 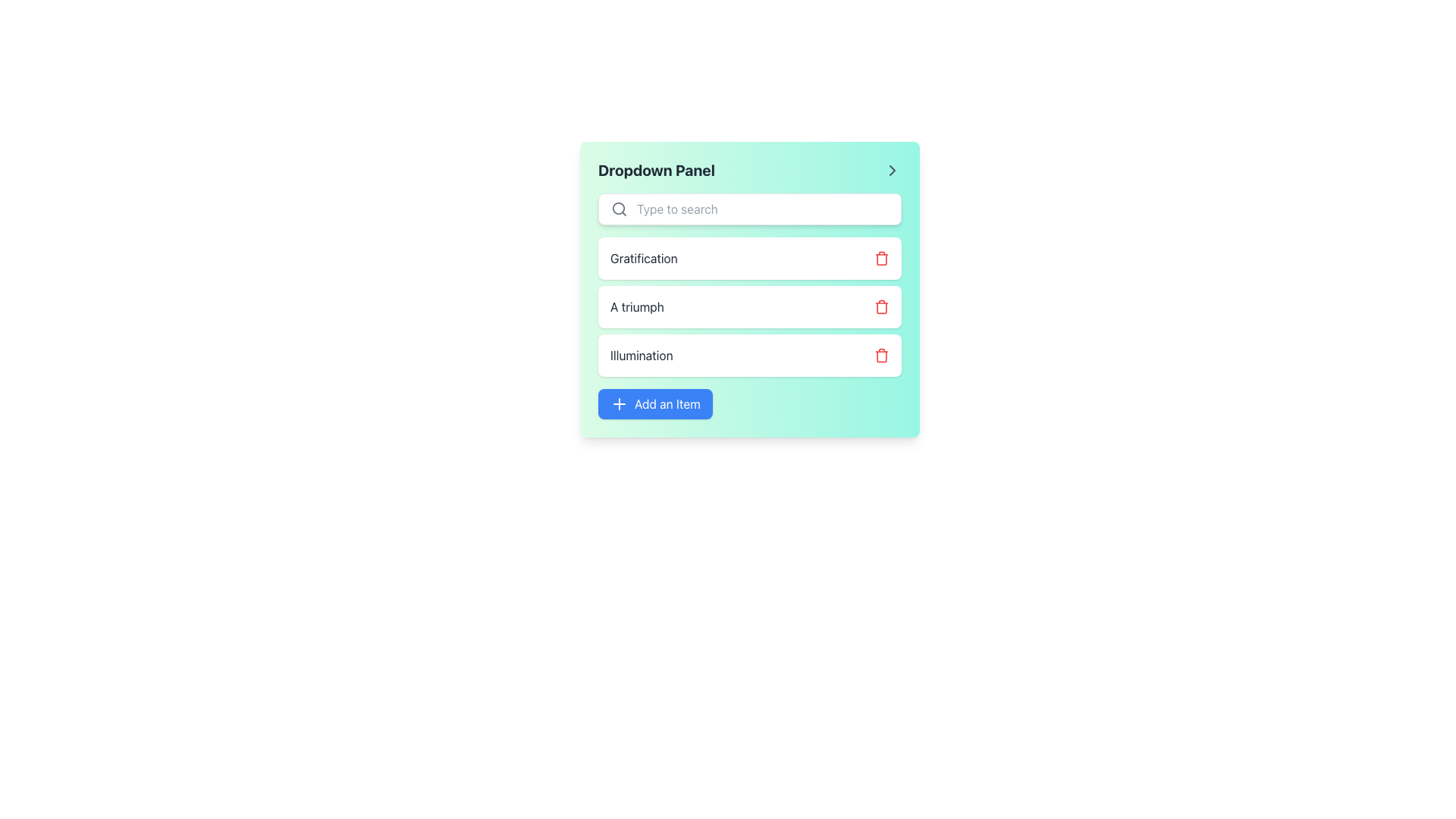 What do you see at coordinates (619, 403) in the screenshot?
I see `the button labeled 'Add an Item' that contains the plus sign '+' icon, which is centrally placed within the button, to interact with the icon` at bounding box center [619, 403].